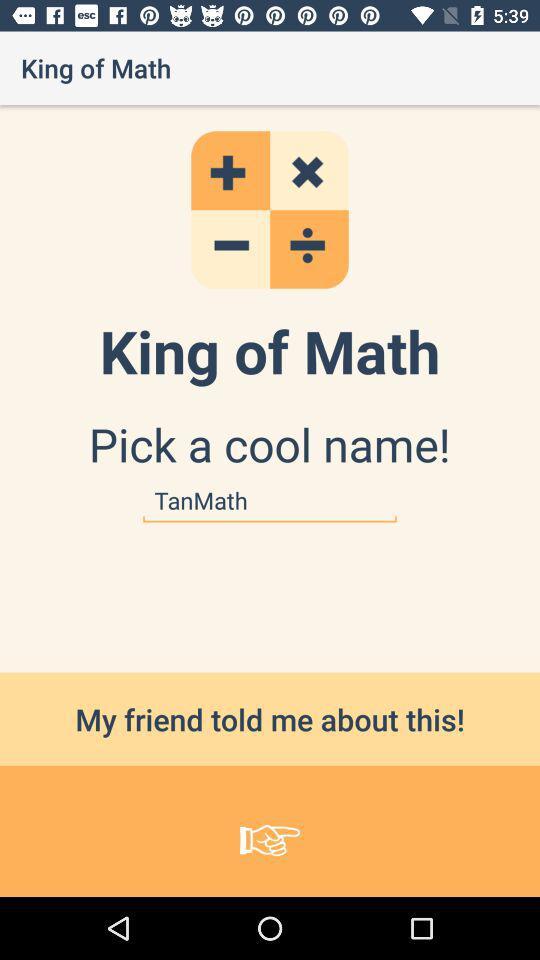  What do you see at coordinates (270, 831) in the screenshot?
I see `icon below my friend told item` at bounding box center [270, 831].